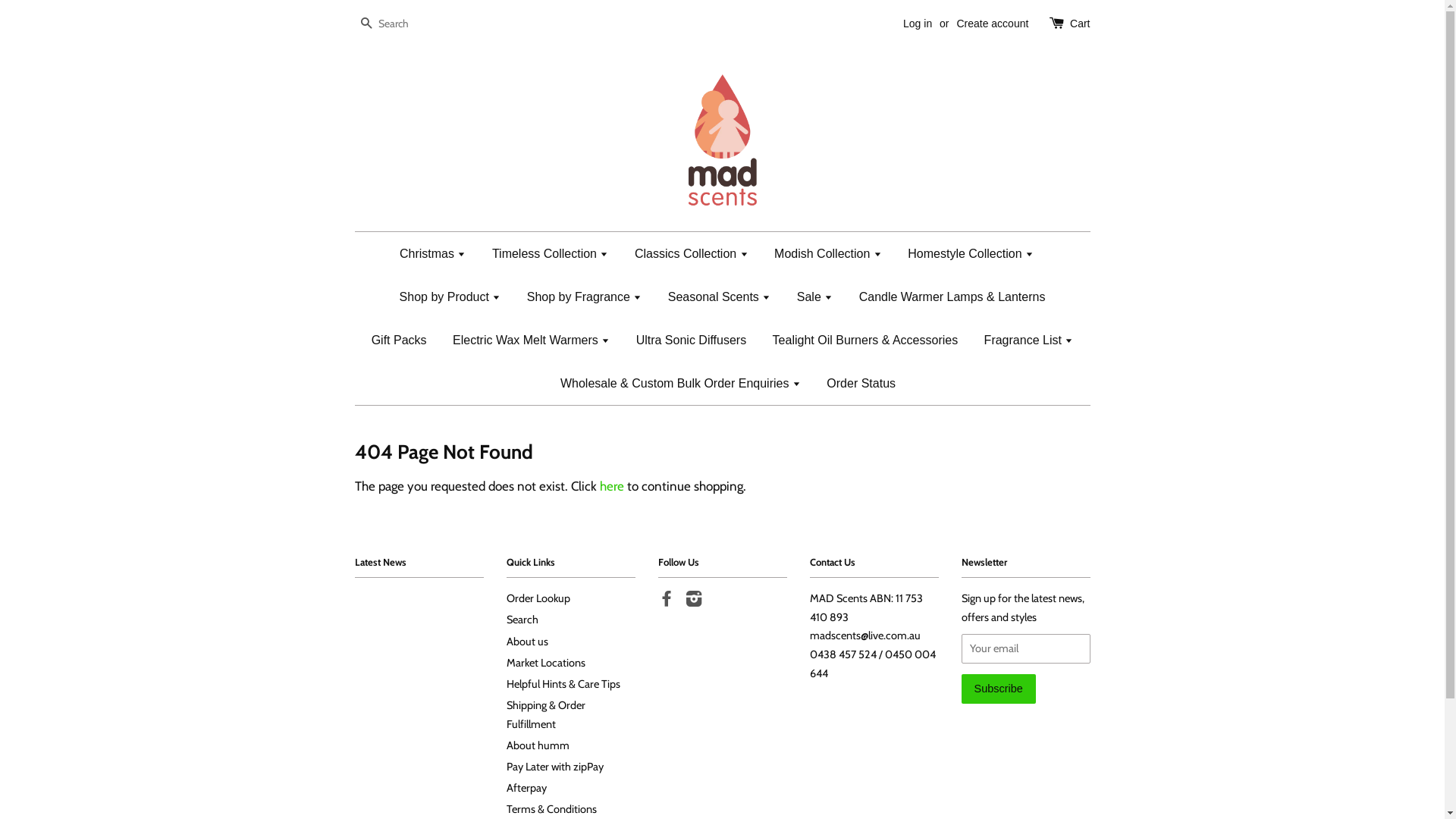 This screenshot has width=1456, height=819. Describe the element at coordinates (992, 23) in the screenshot. I see `'Create account'` at that location.